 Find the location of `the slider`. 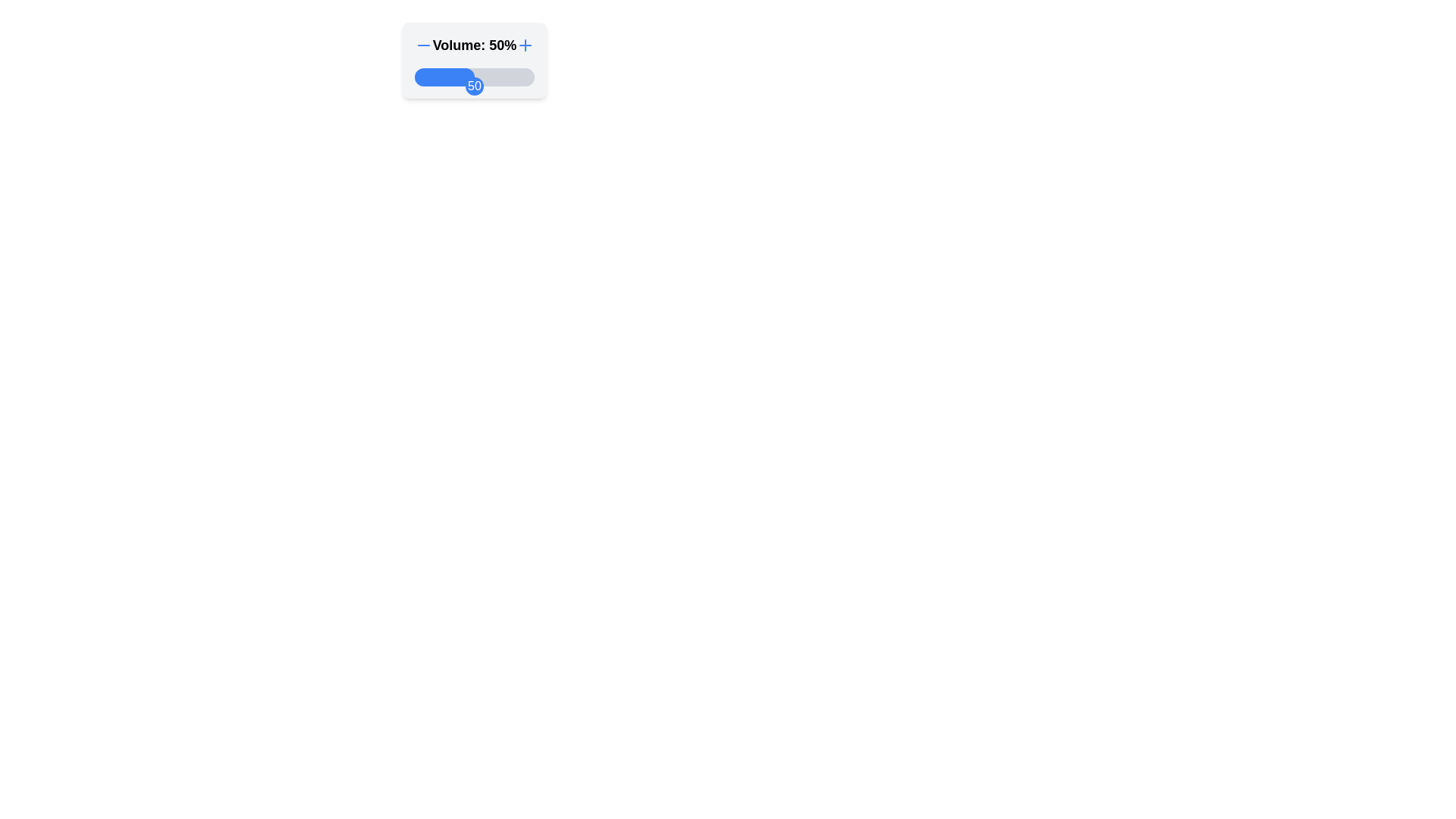

the slider is located at coordinates (526, 77).